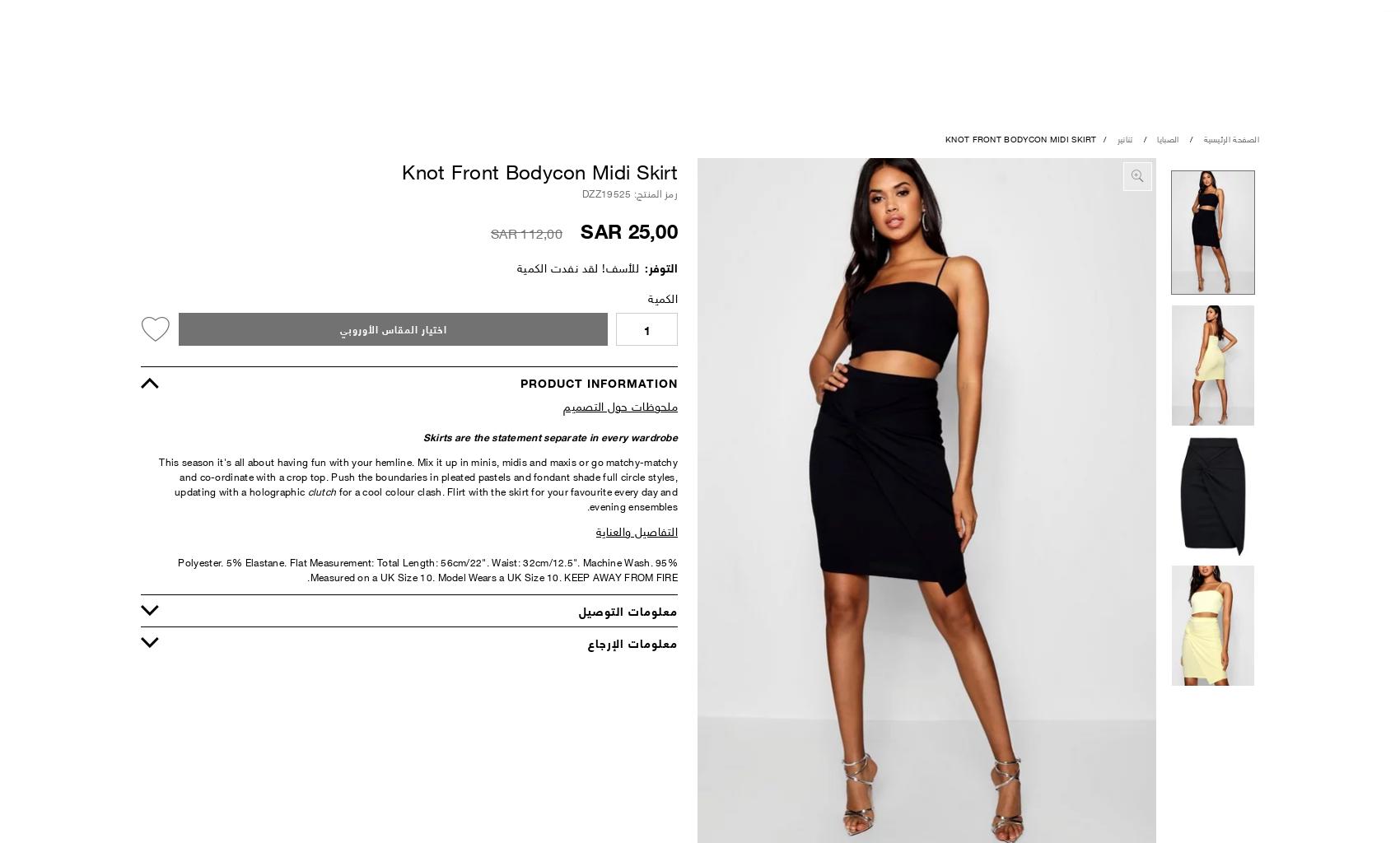 This screenshot has width=1400, height=843. I want to click on '. Push the boundaries in pleated pastels and fondant shade full circle styles, updating with a holographic', so click(426, 482).